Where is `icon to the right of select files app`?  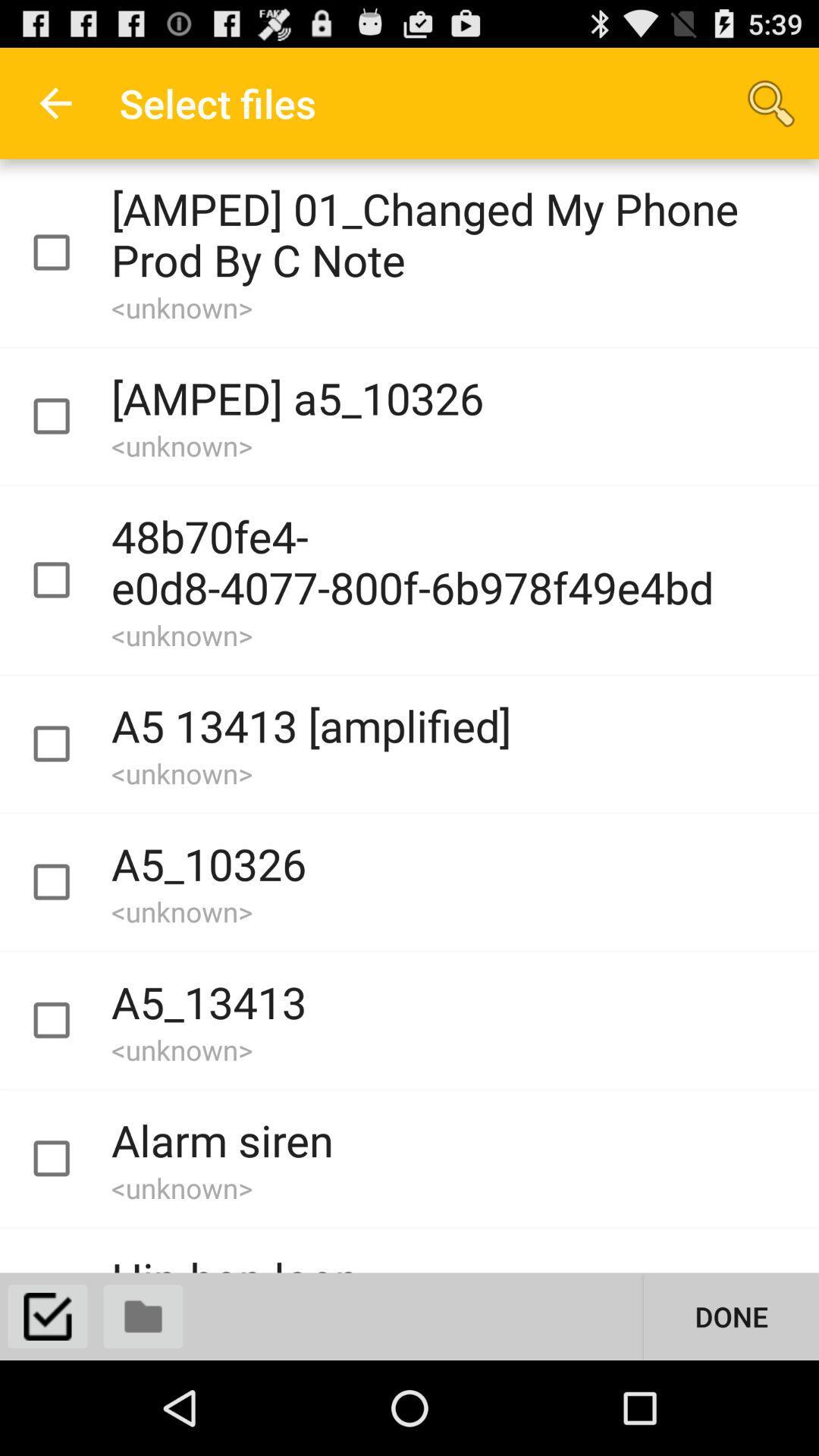
icon to the right of select files app is located at coordinates (771, 102).